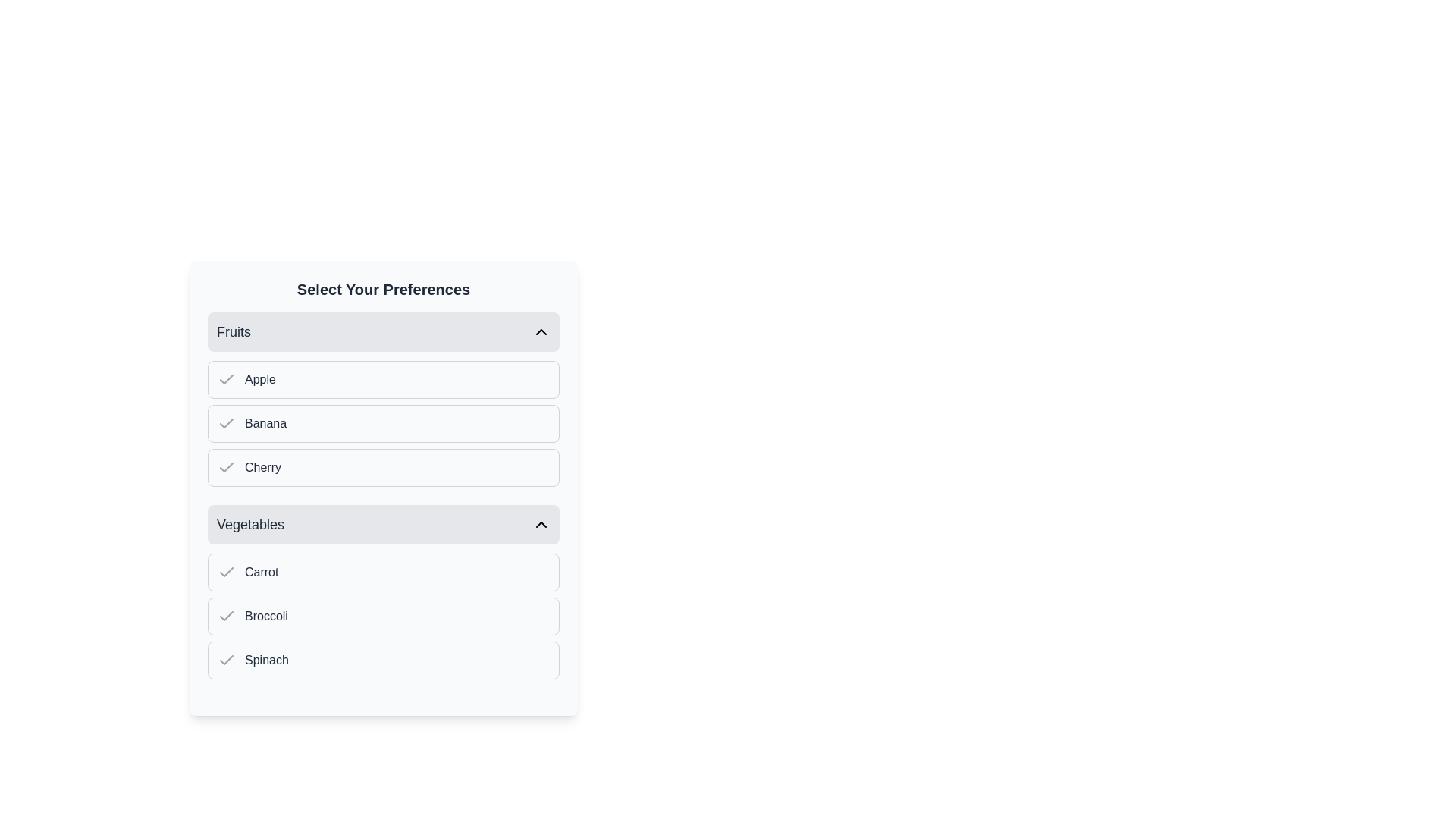 The width and height of the screenshot is (1456, 819). I want to click on the 'Banana' text label, which is the second item in the 'Fruits' preferences list, so click(265, 424).